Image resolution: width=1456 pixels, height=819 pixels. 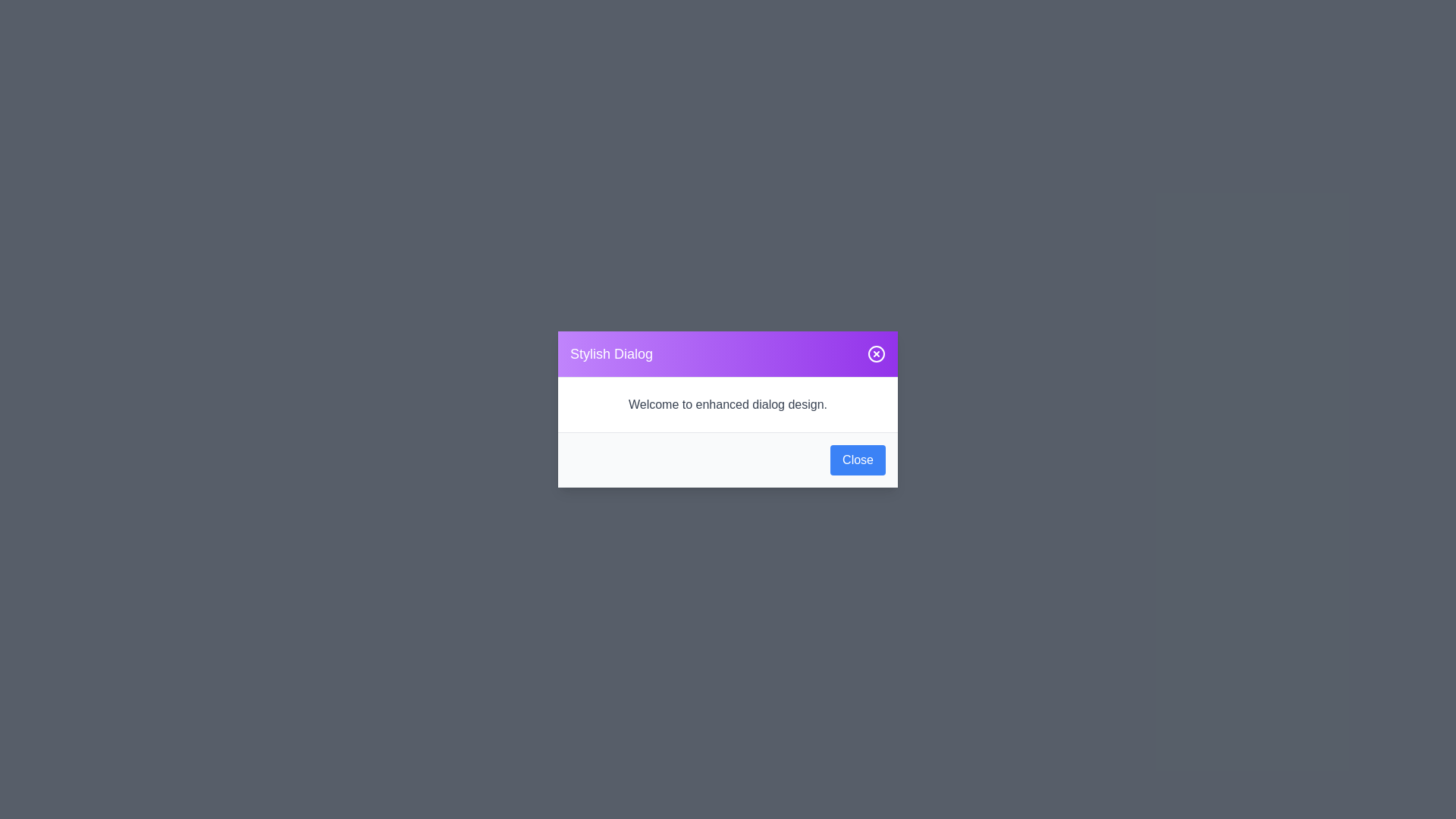 I want to click on the static text element that provides a welcoming message in the dialog, located centrally below the 'Stylish Dialog' header and above the 'Close' button, so click(x=728, y=403).